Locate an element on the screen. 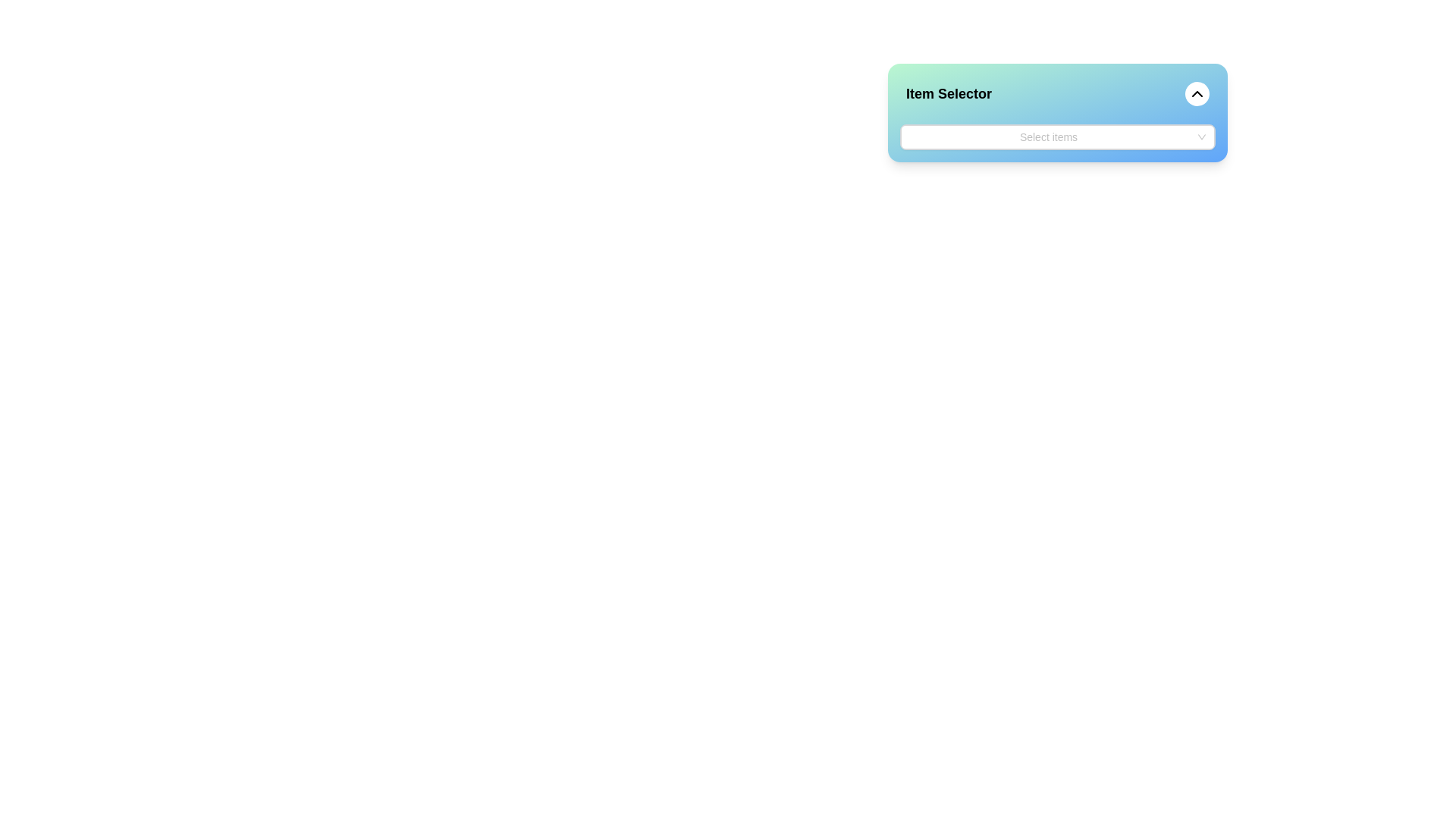  the dropdown arrow in the 'Select items' dropdown box located in the blue gradient header labeled 'Item Selector' is located at coordinates (1057, 137).